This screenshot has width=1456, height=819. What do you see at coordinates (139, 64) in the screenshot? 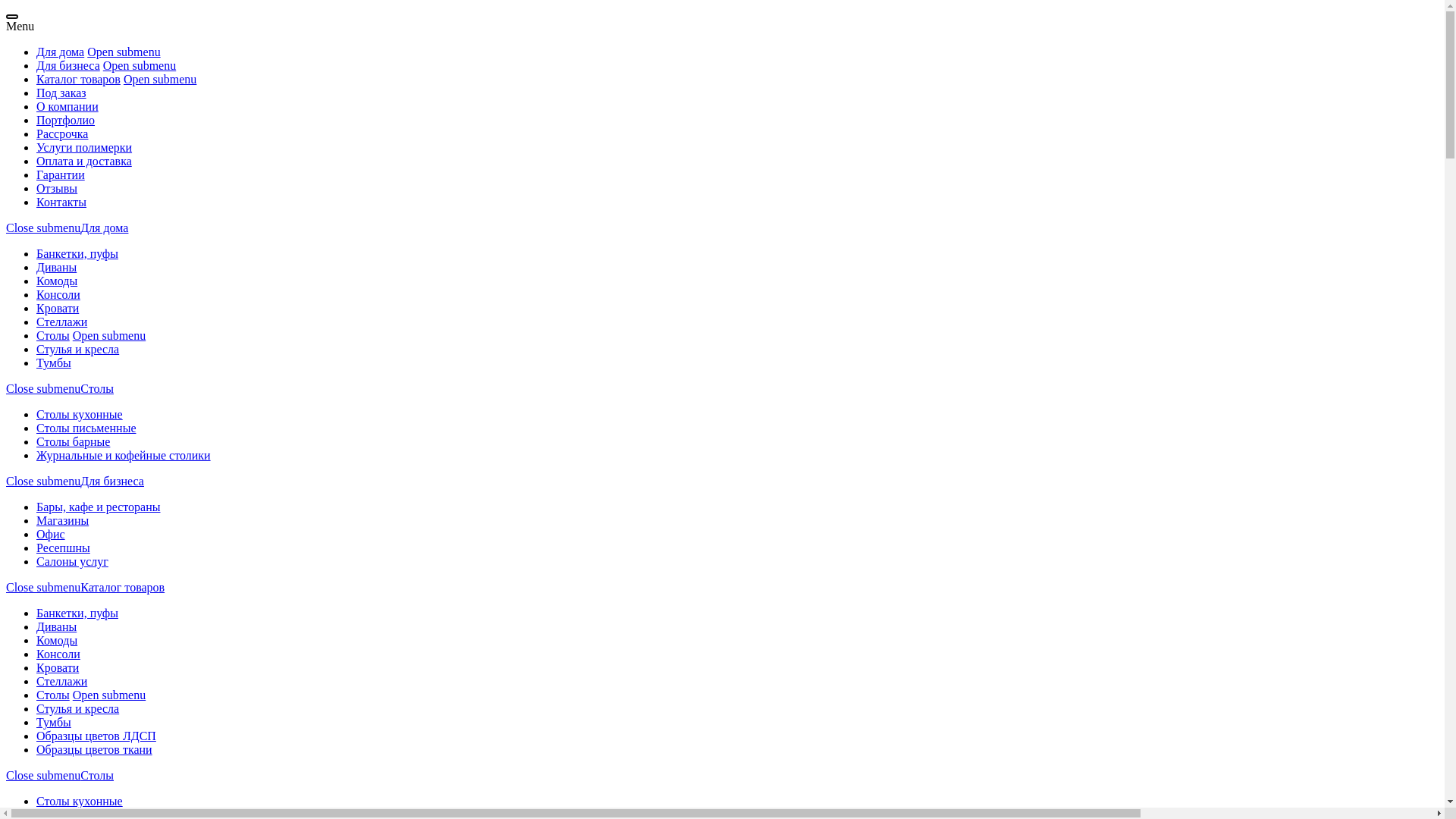
I see `'Open submenu'` at bounding box center [139, 64].